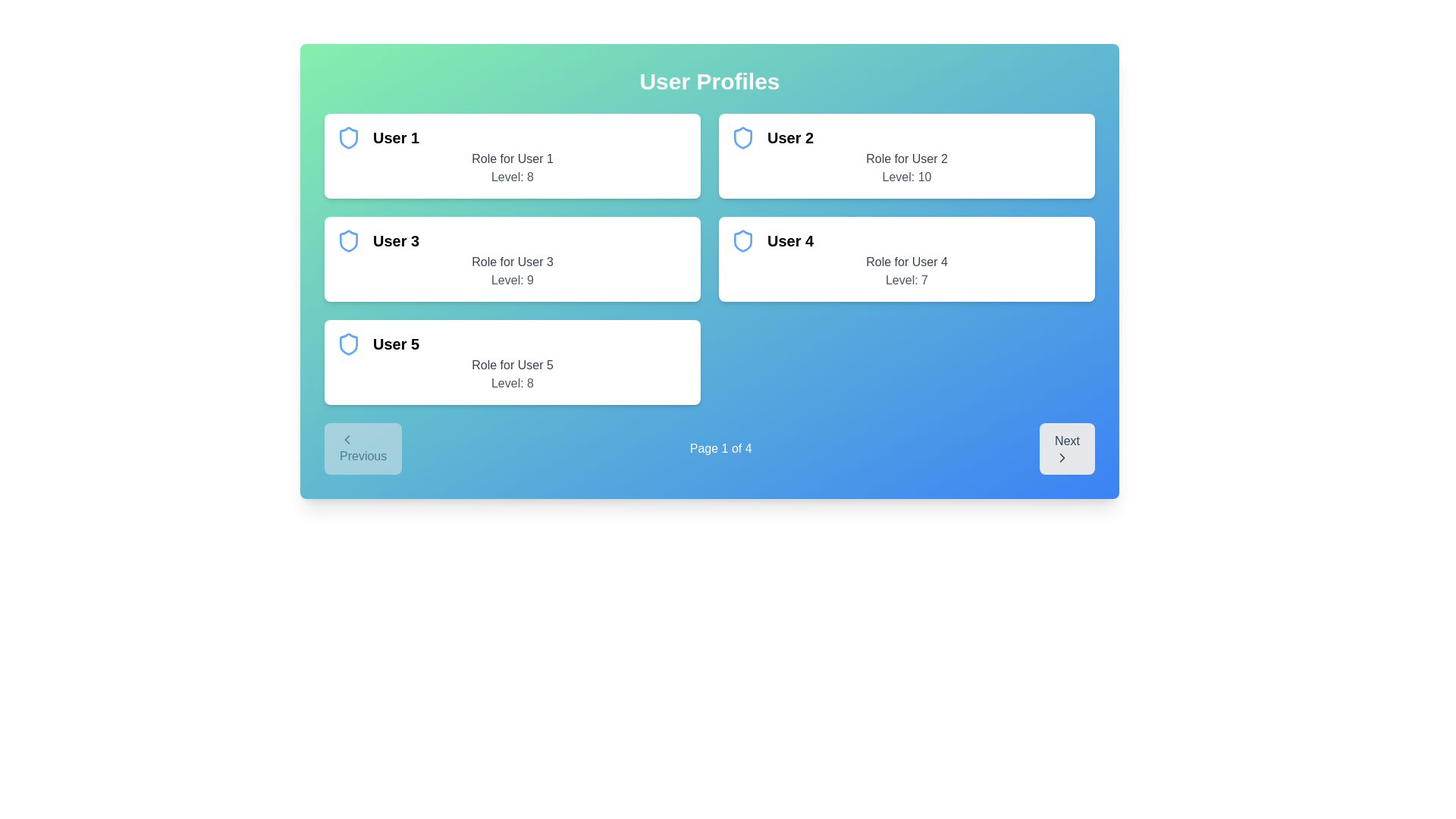  What do you see at coordinates (906, 177) in the screenshot?
I see `the static text label that reads 'Level: 10' within the profile card for 'User 2' to read its content` at bounding box center [906, 177].